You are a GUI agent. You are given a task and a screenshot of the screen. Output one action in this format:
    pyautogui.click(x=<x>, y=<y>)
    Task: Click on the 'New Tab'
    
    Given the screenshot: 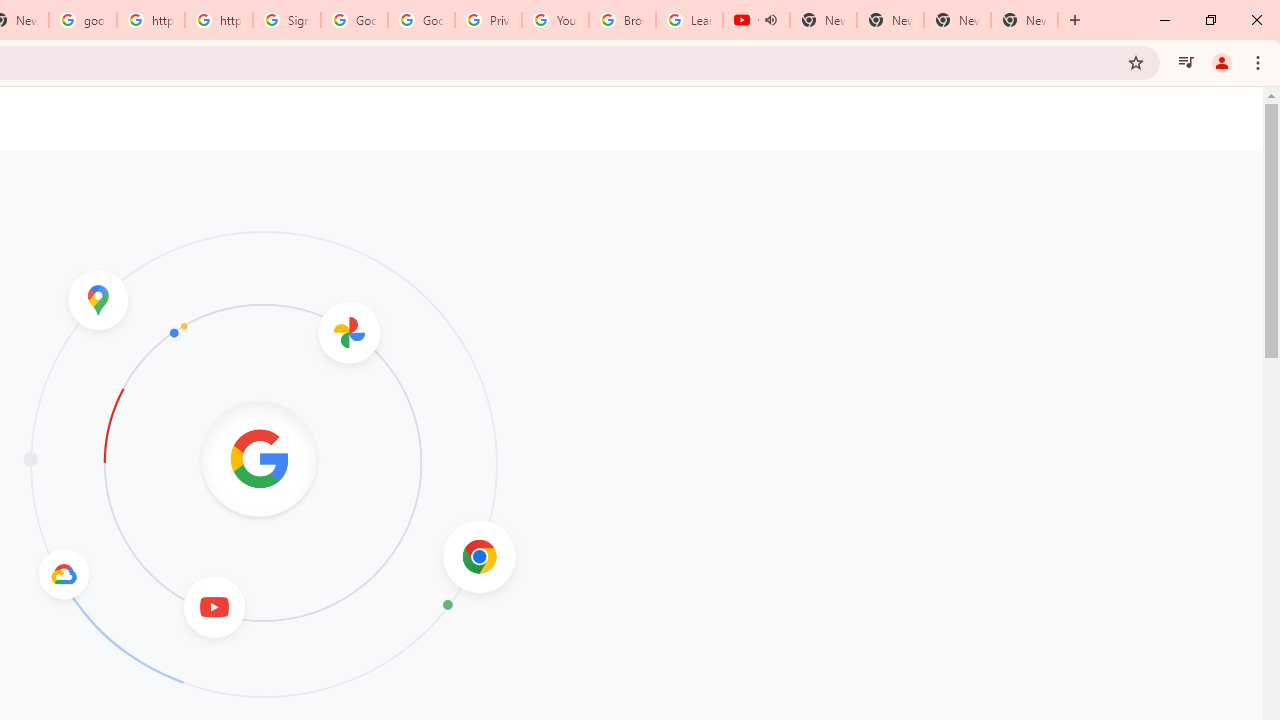 What is the action you would take?
    pyautogui.click(x=1024, y=20)
    